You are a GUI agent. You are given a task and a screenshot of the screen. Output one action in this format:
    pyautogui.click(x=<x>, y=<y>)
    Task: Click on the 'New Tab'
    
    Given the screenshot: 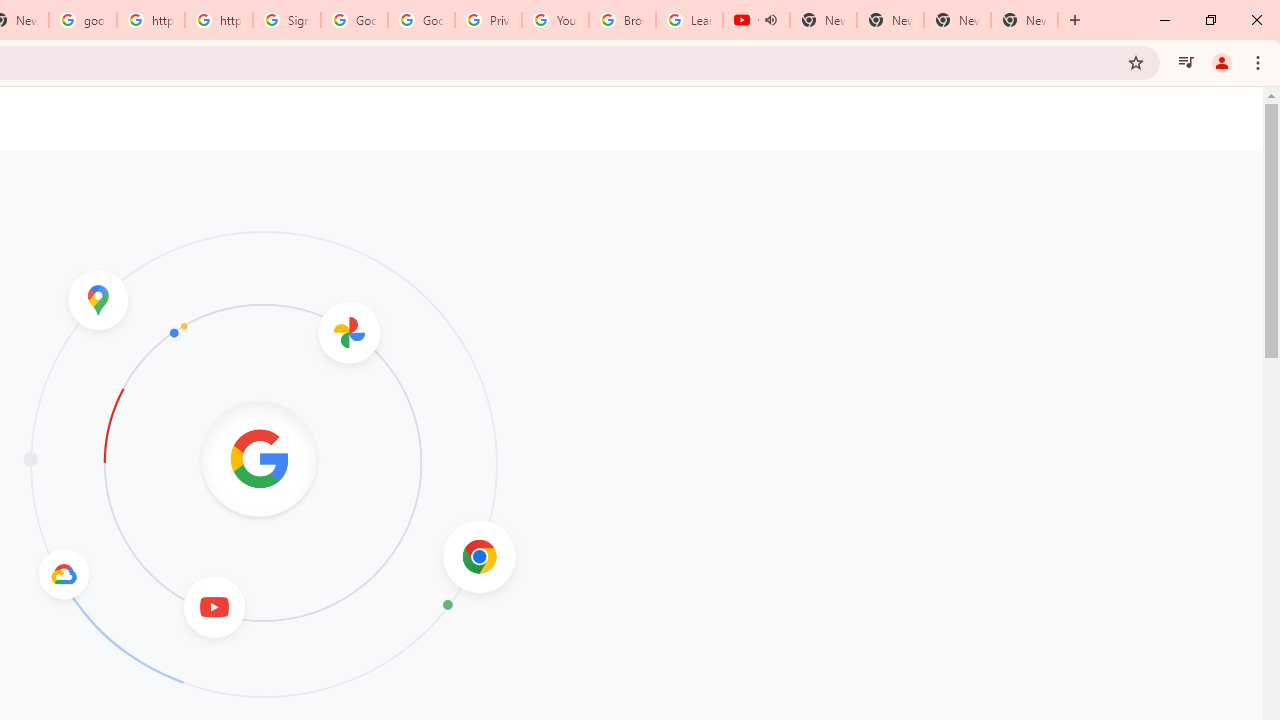 What is the action you would take?
    pyautogui.click(x=1024, y=20)
    